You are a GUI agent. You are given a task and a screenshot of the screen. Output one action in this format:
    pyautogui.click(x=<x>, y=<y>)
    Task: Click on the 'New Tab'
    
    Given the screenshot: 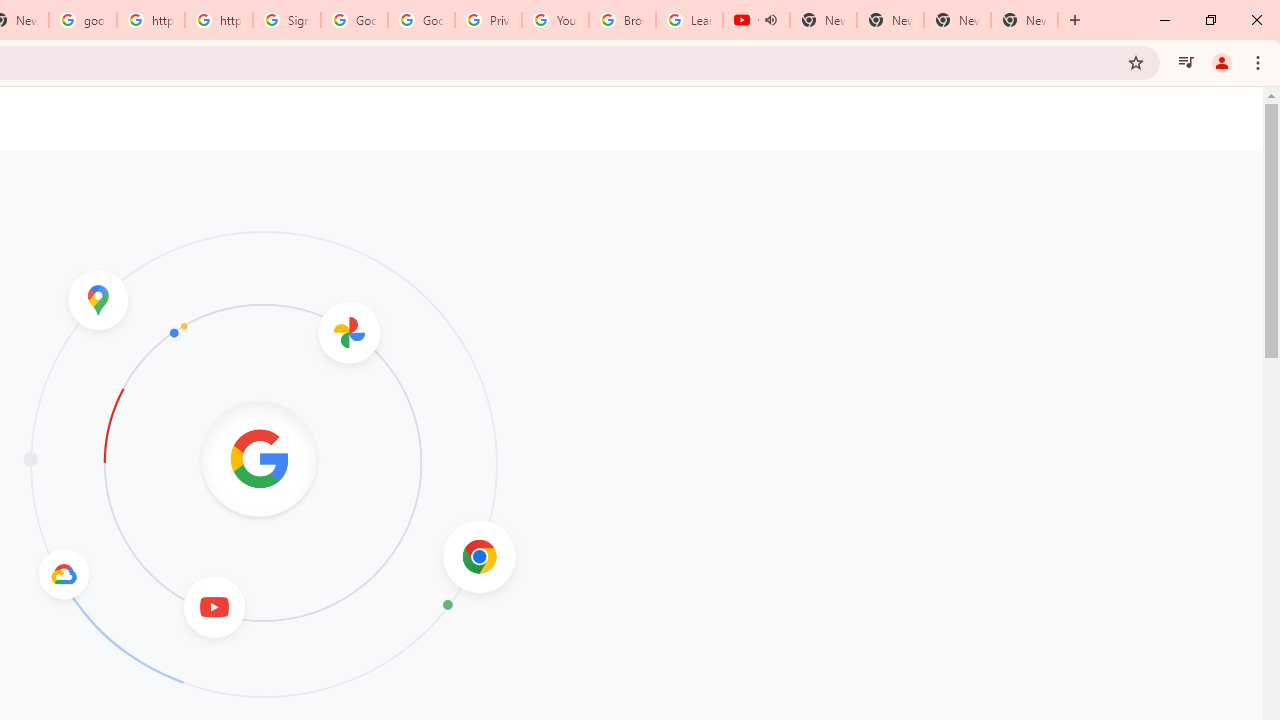 What is the action you would take?
    pyautogui.click(x=1024, y=20)
    